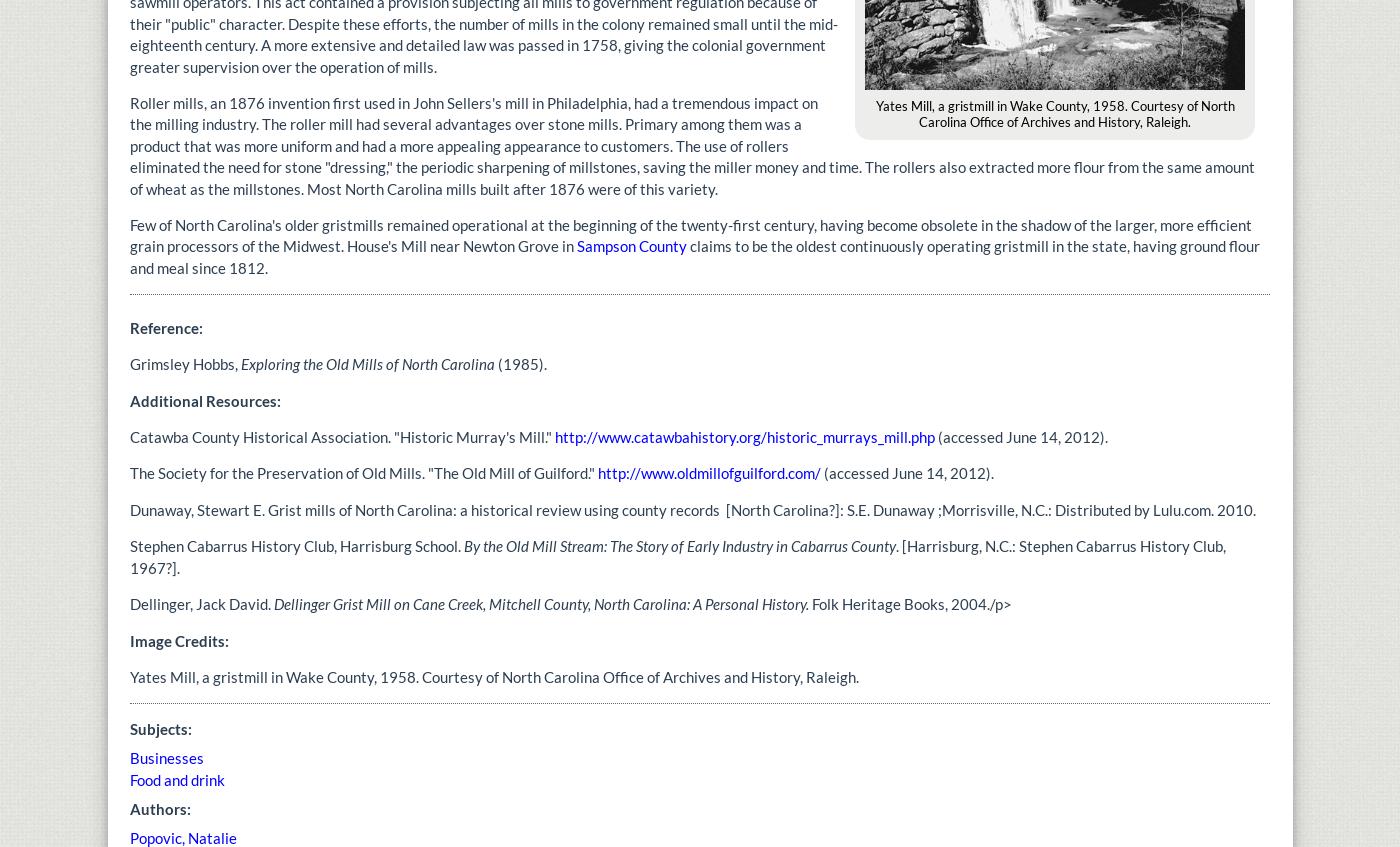 Image resolution: width=1400 pixels, height=847 pixels. Describe the element at coordinates (162, 728) in the screenshot. I see `'Subjects:'` at that location.